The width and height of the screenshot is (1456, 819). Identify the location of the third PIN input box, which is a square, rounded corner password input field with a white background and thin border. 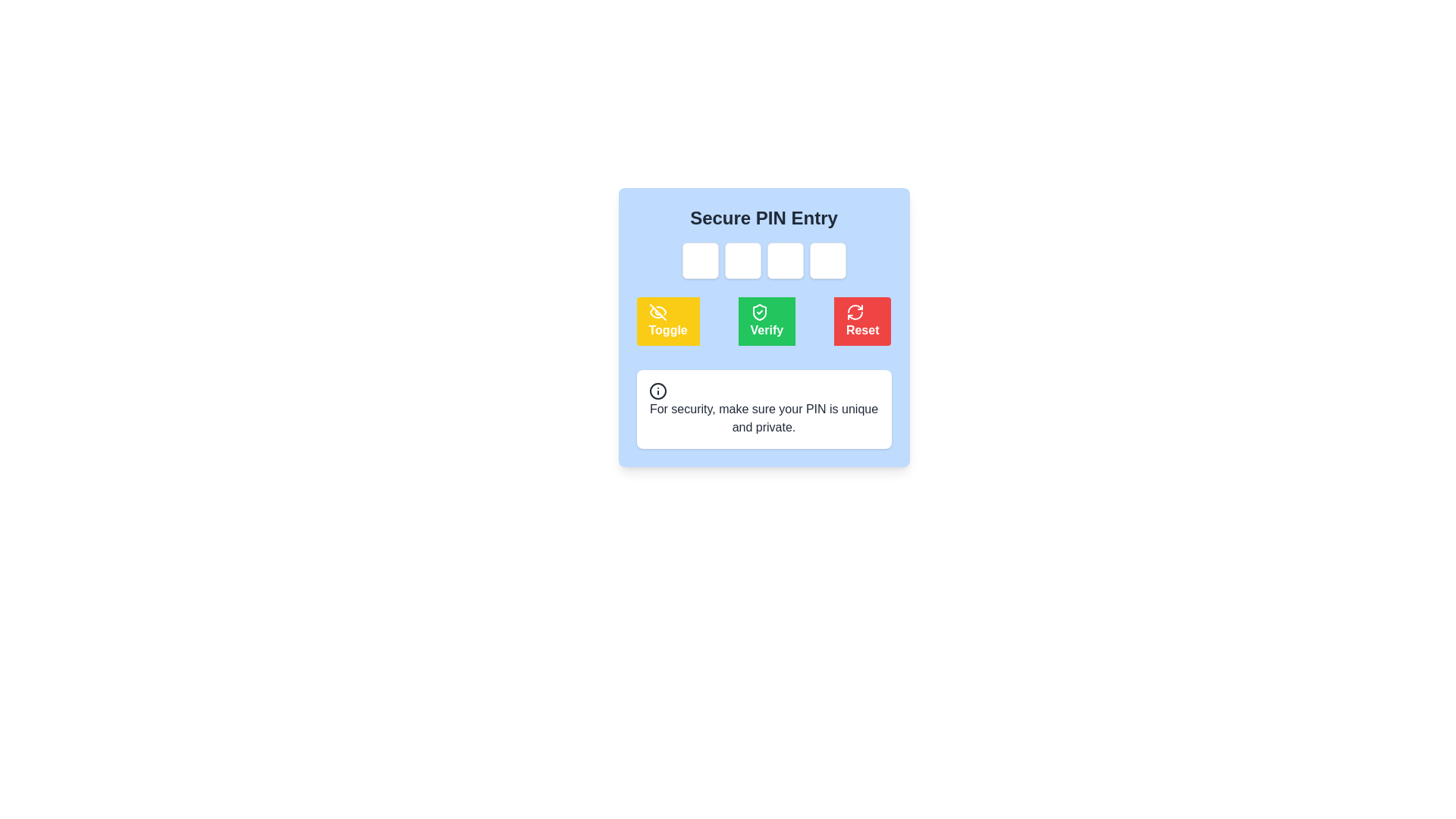
(785, 259).